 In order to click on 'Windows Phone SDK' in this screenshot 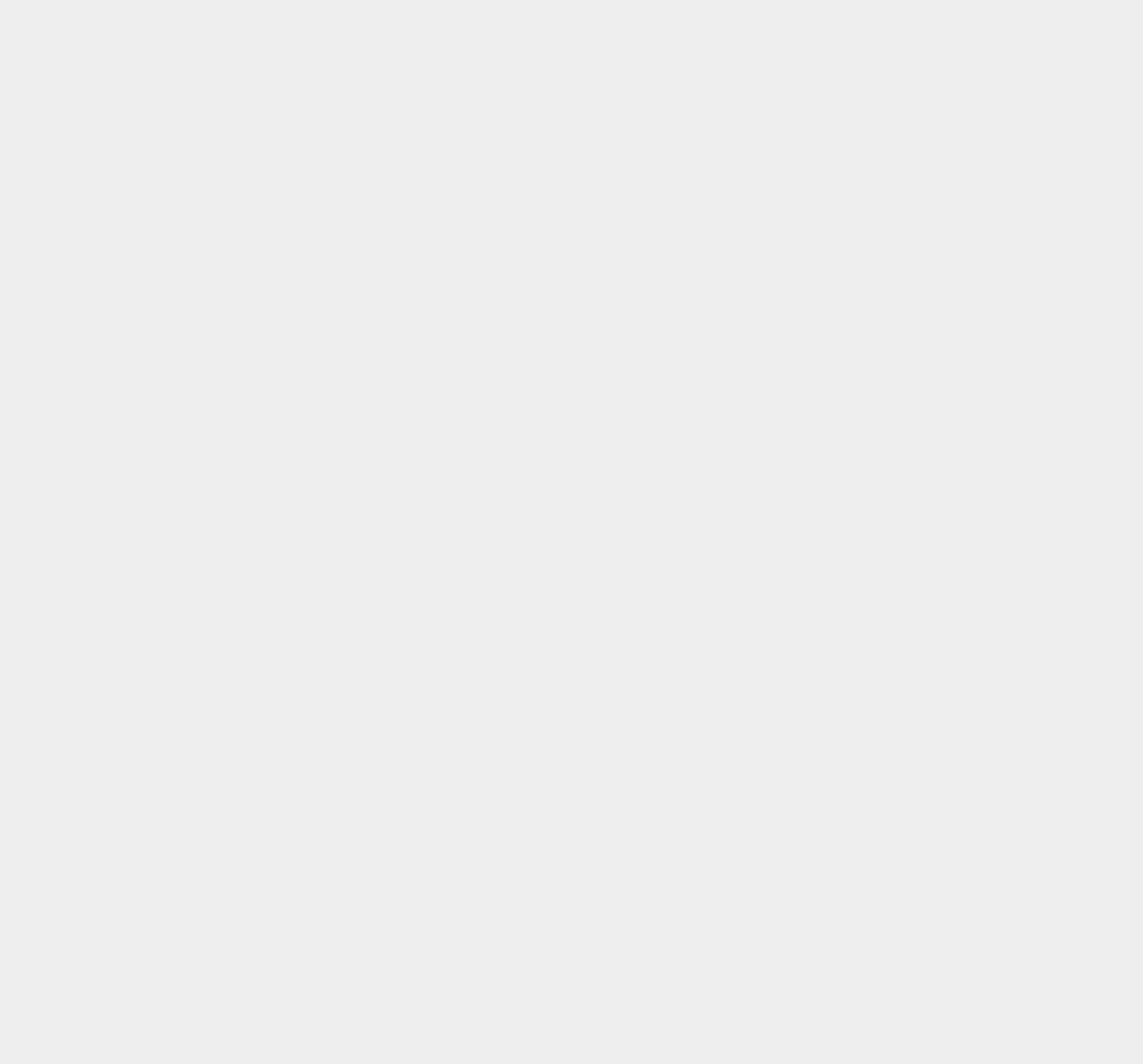, I will do `click(872, 515)`.